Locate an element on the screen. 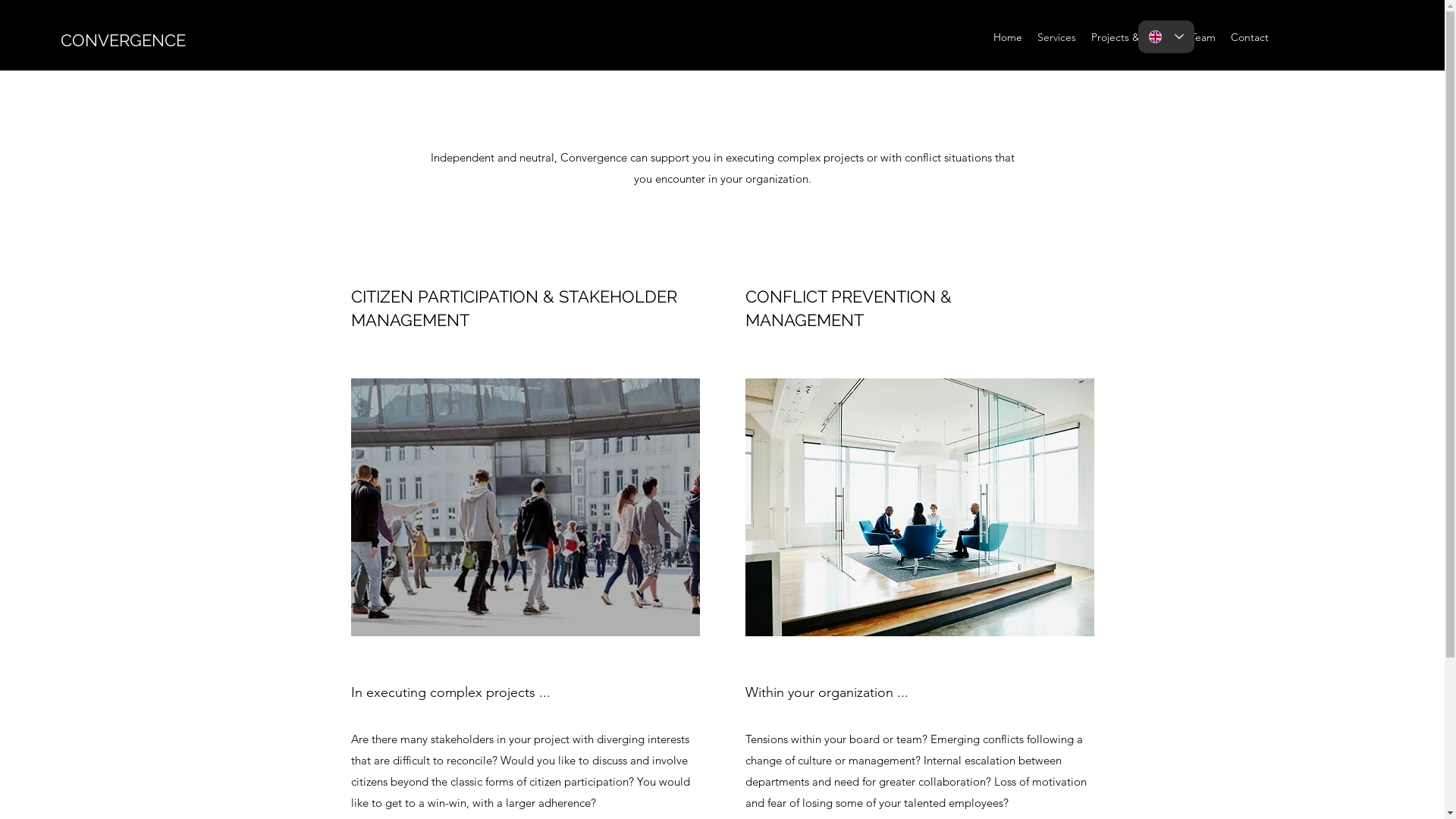 Image resolution: width=1456 pixels, height=819 pixels. 'Services' is located at coordinates (1030, 36).